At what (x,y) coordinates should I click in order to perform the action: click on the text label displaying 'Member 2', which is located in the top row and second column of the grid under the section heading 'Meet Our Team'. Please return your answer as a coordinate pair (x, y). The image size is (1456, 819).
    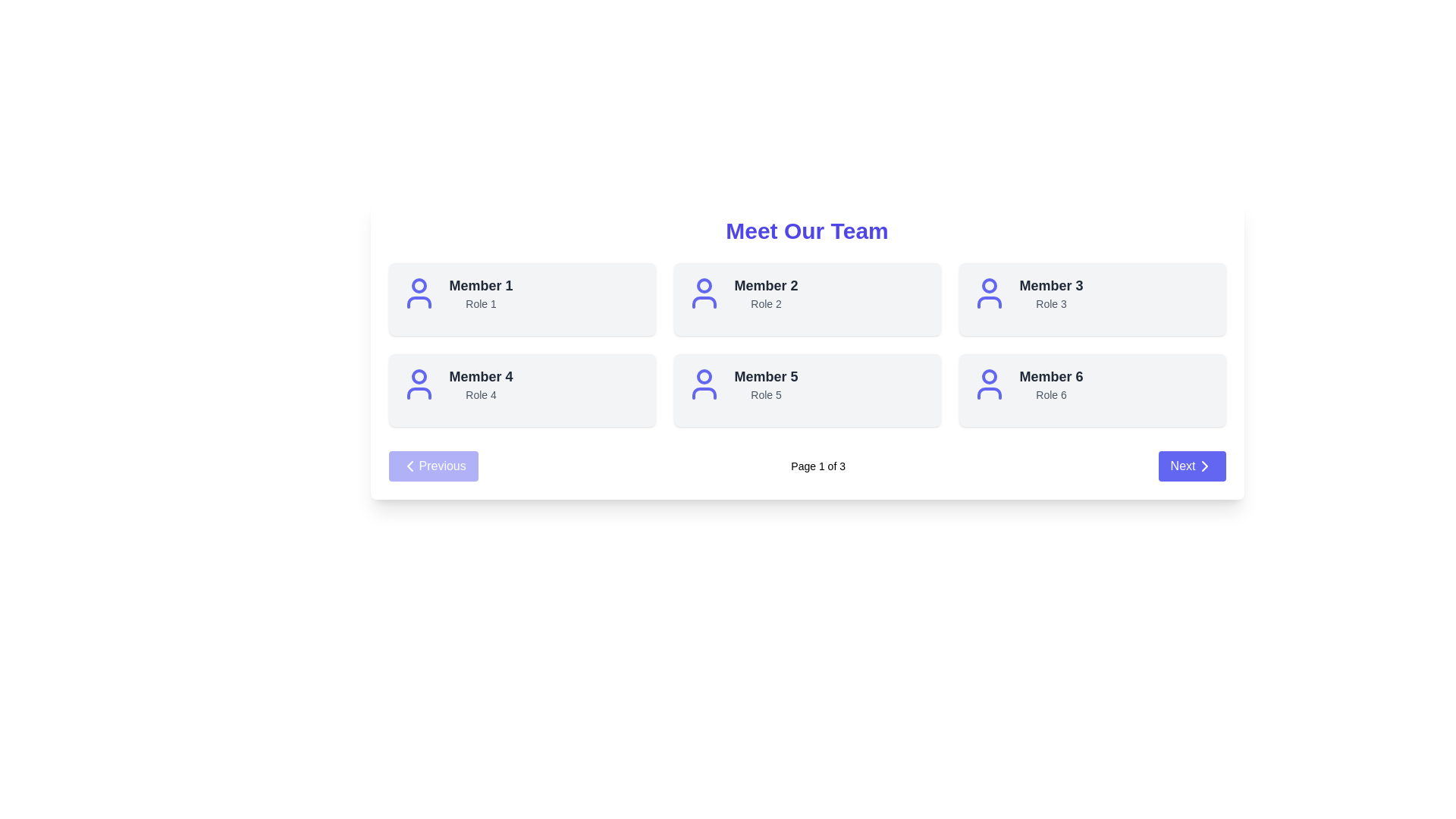
    Looking at the image, I should click on (766, 286).